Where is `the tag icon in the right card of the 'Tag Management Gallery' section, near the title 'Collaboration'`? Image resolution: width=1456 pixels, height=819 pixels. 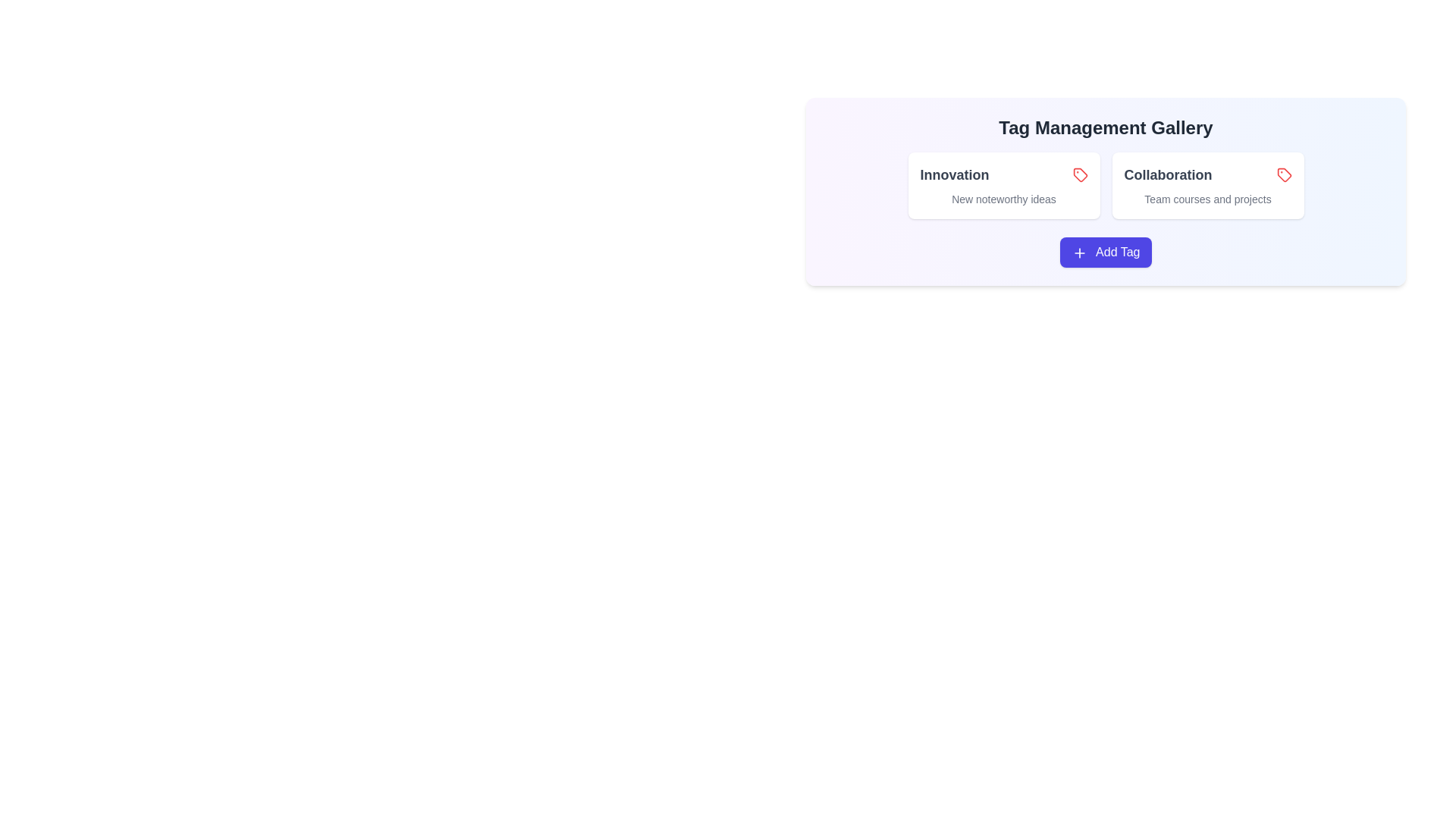 the tag icon in the right card of the 'Tag Management Gallery' section, near the title 'Collaboration' is located at coordinates (1283, 174).